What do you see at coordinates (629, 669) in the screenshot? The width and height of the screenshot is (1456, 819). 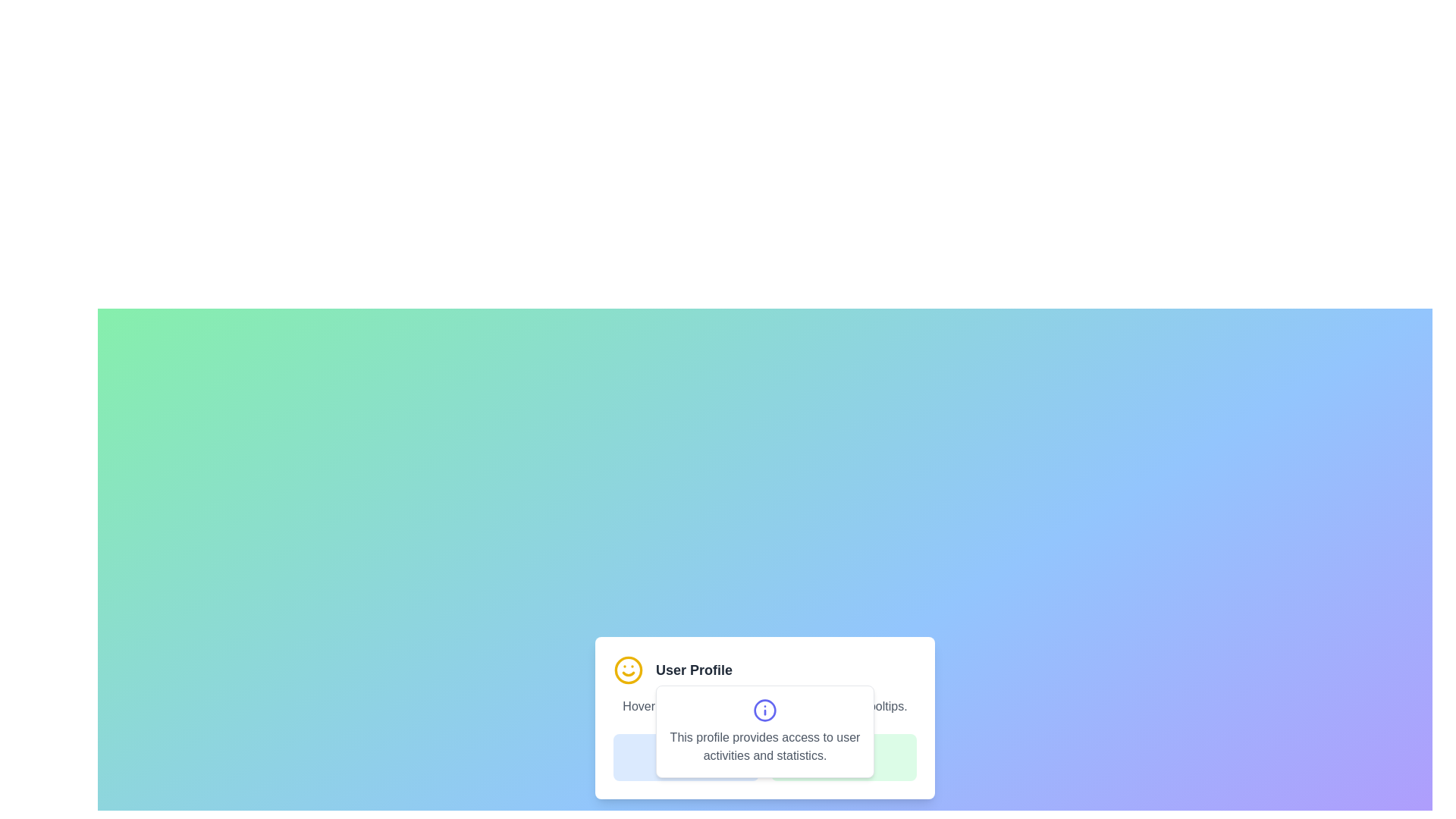 I see `the innermost circle of the smiley face icon located at the top-left corner of the user profile card` at bounding box center [629, 669].